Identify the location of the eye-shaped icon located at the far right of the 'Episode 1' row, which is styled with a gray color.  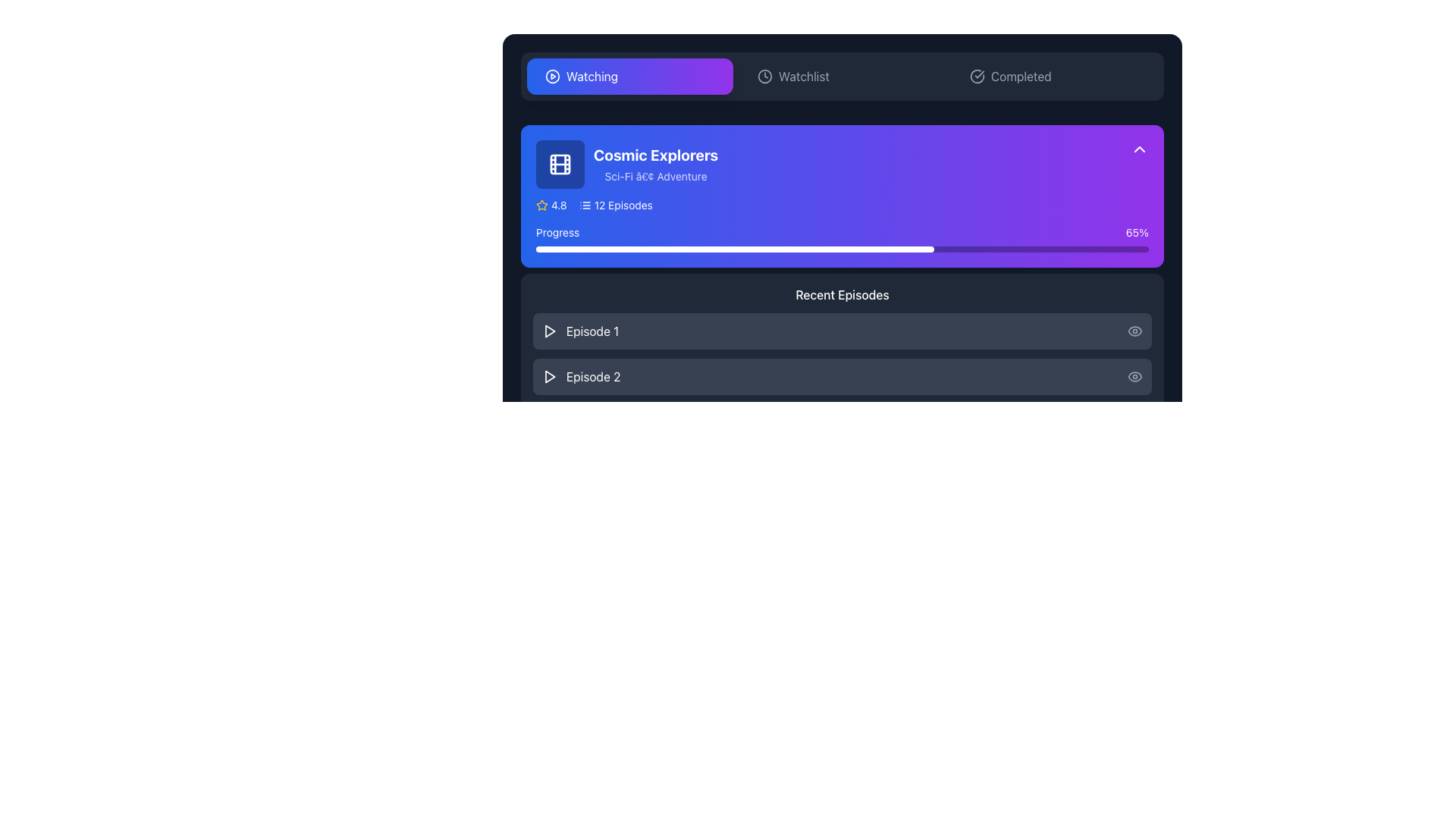
(1135, 330).